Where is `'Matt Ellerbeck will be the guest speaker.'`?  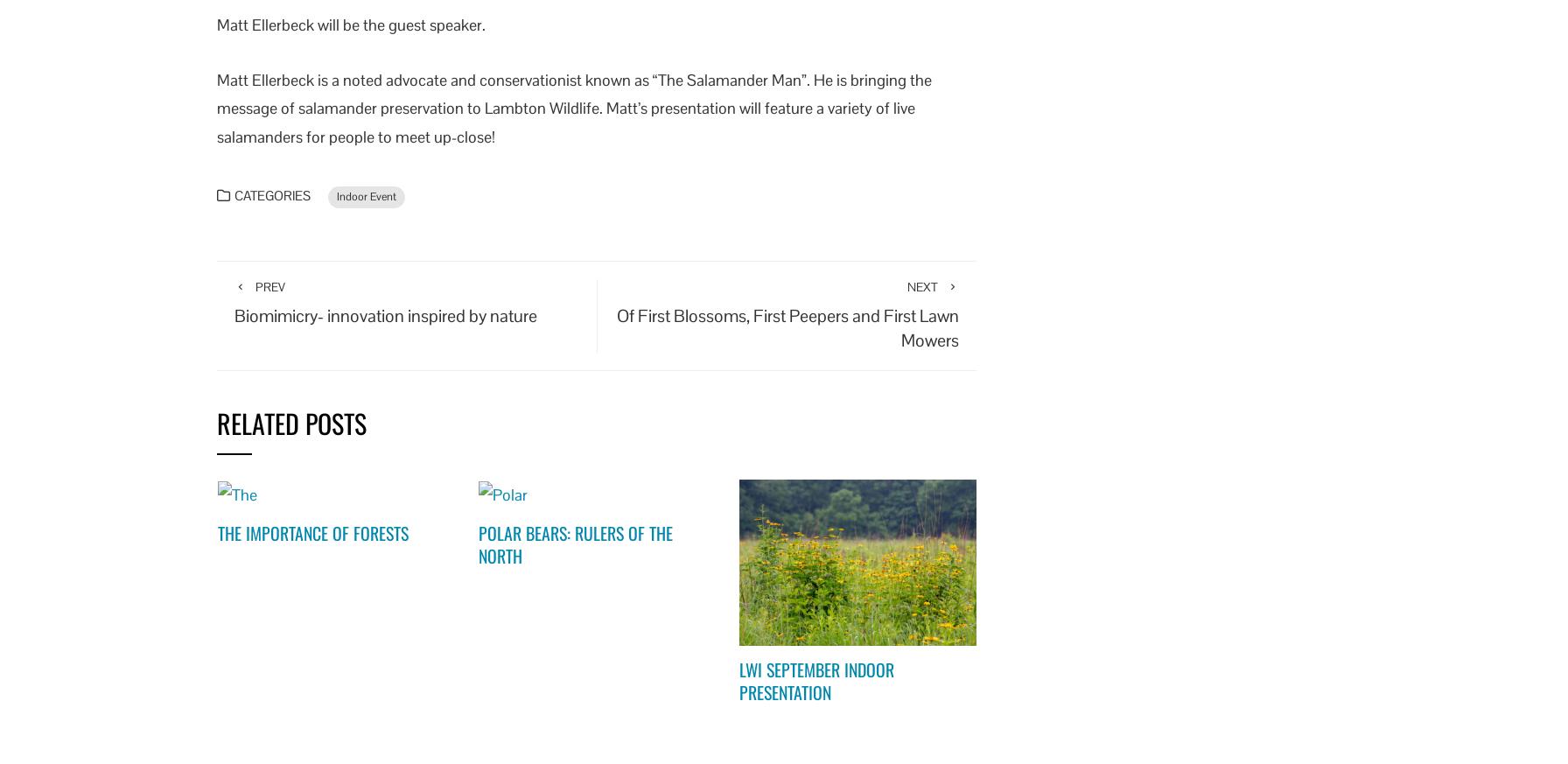
'Matt Ellerbeck will be the guest speaker.' is located at coordinates (217, 24).